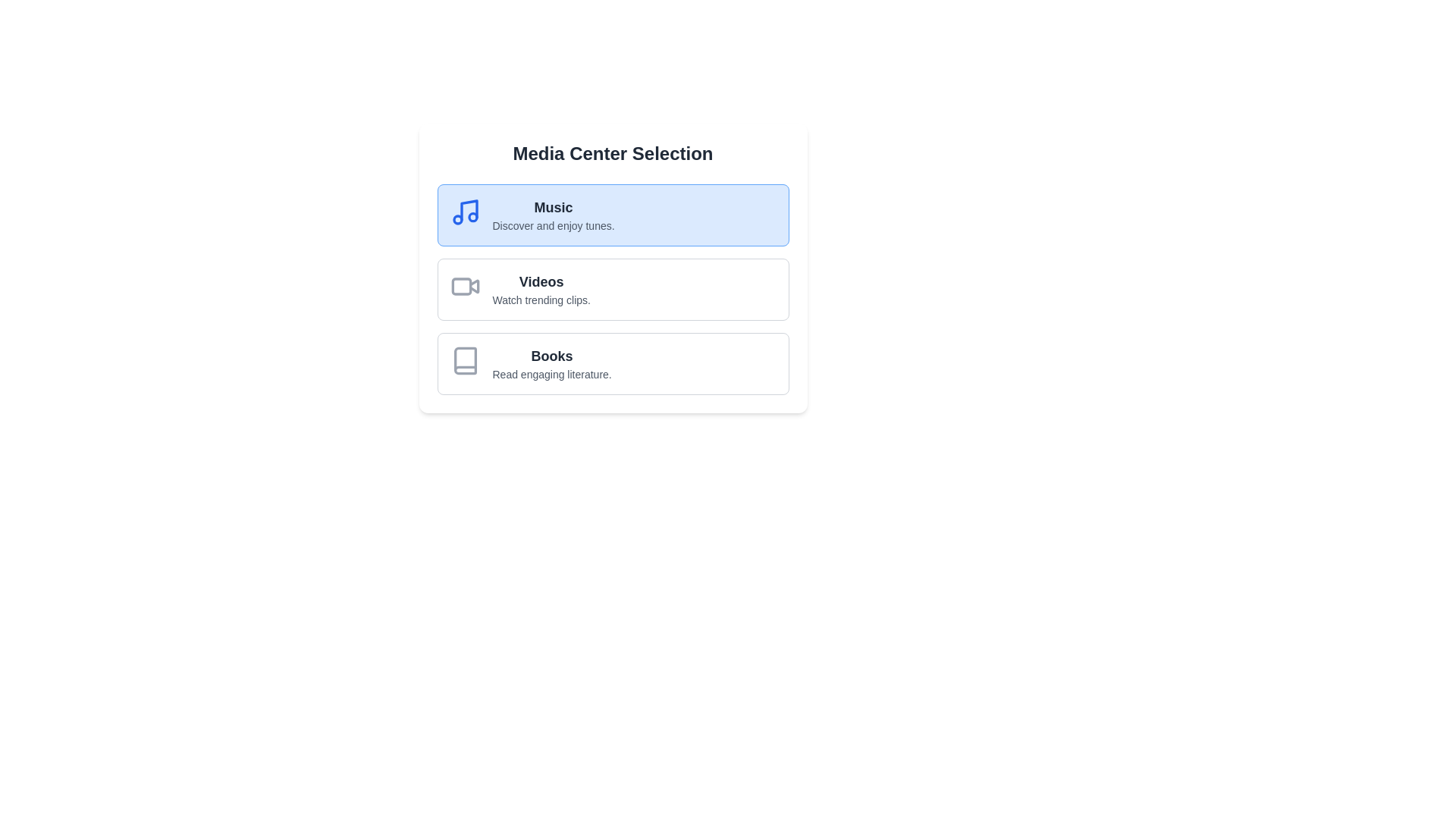  Describe the element at coordinates (551, 356) in the screenshot. I see `the 'Books' label, which is a large, bold text in dark gray located above the text 'Read engaging literature.' in the Media Center Selection section` at that location.